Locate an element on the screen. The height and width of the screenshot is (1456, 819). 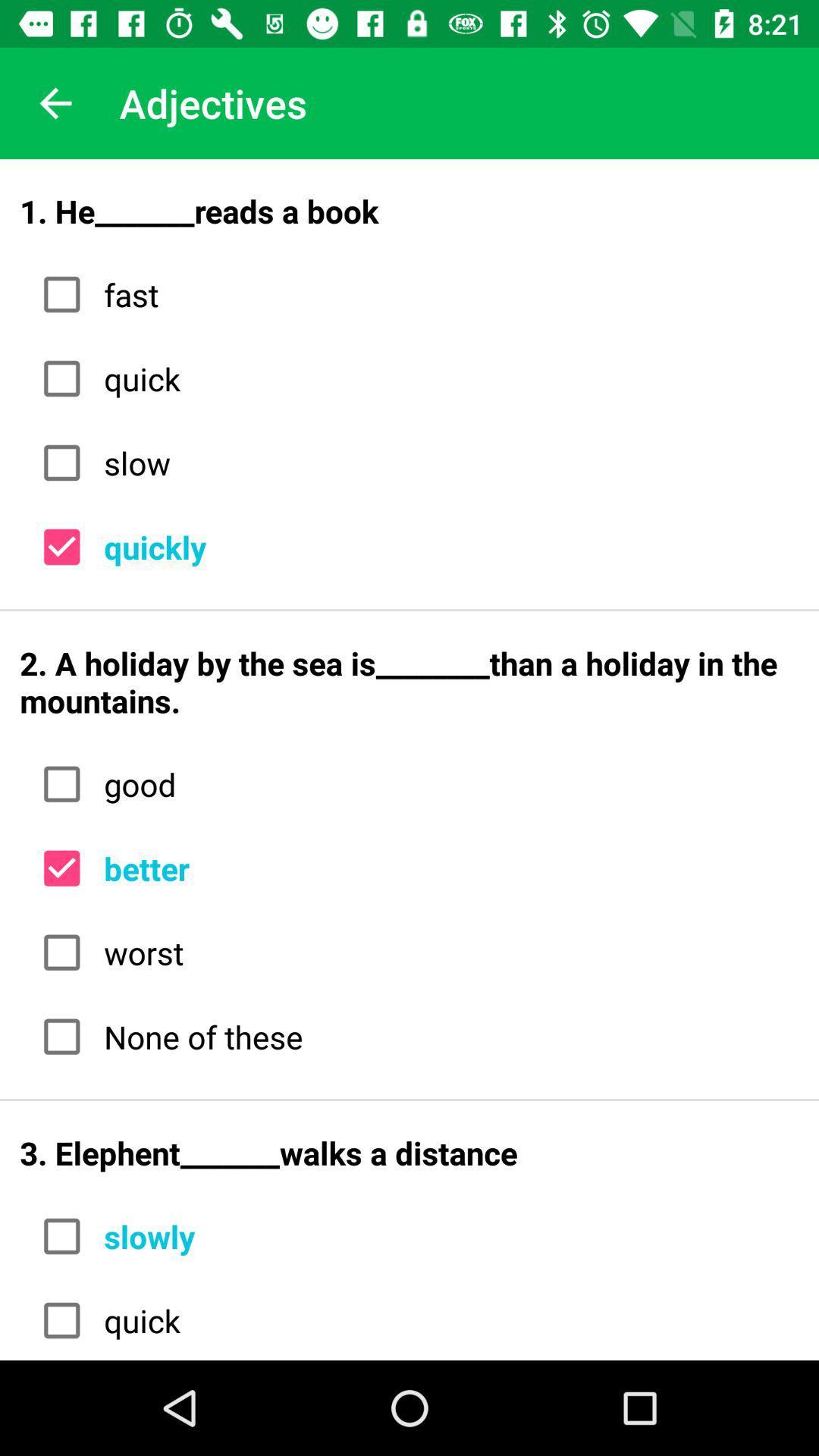
the icon below slow is located at coordinates (445, 546).